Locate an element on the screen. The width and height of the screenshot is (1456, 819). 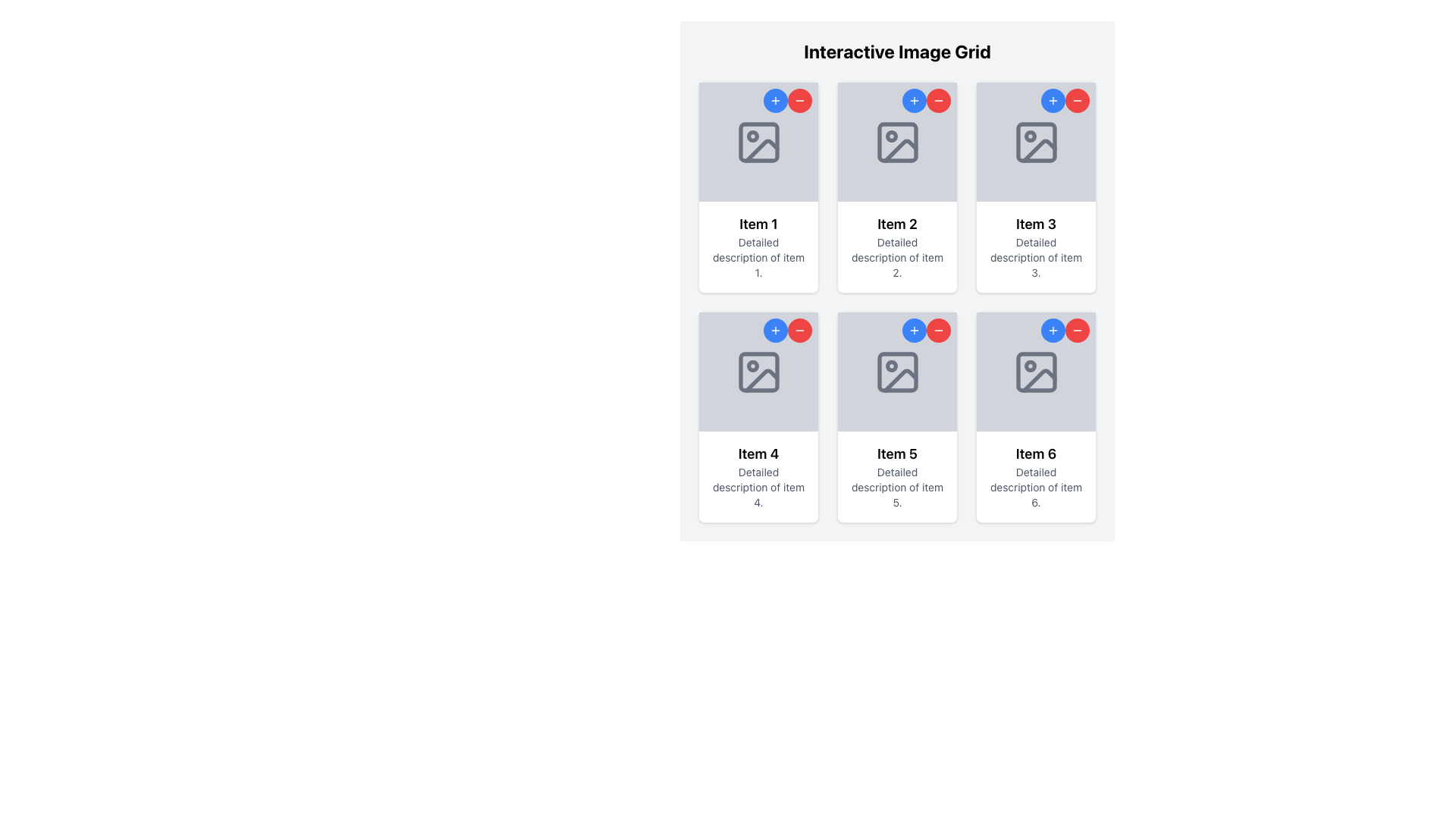
heading text 'Item 2' located at the top of the second card in the grid layout is located at coordinates (897, 224).